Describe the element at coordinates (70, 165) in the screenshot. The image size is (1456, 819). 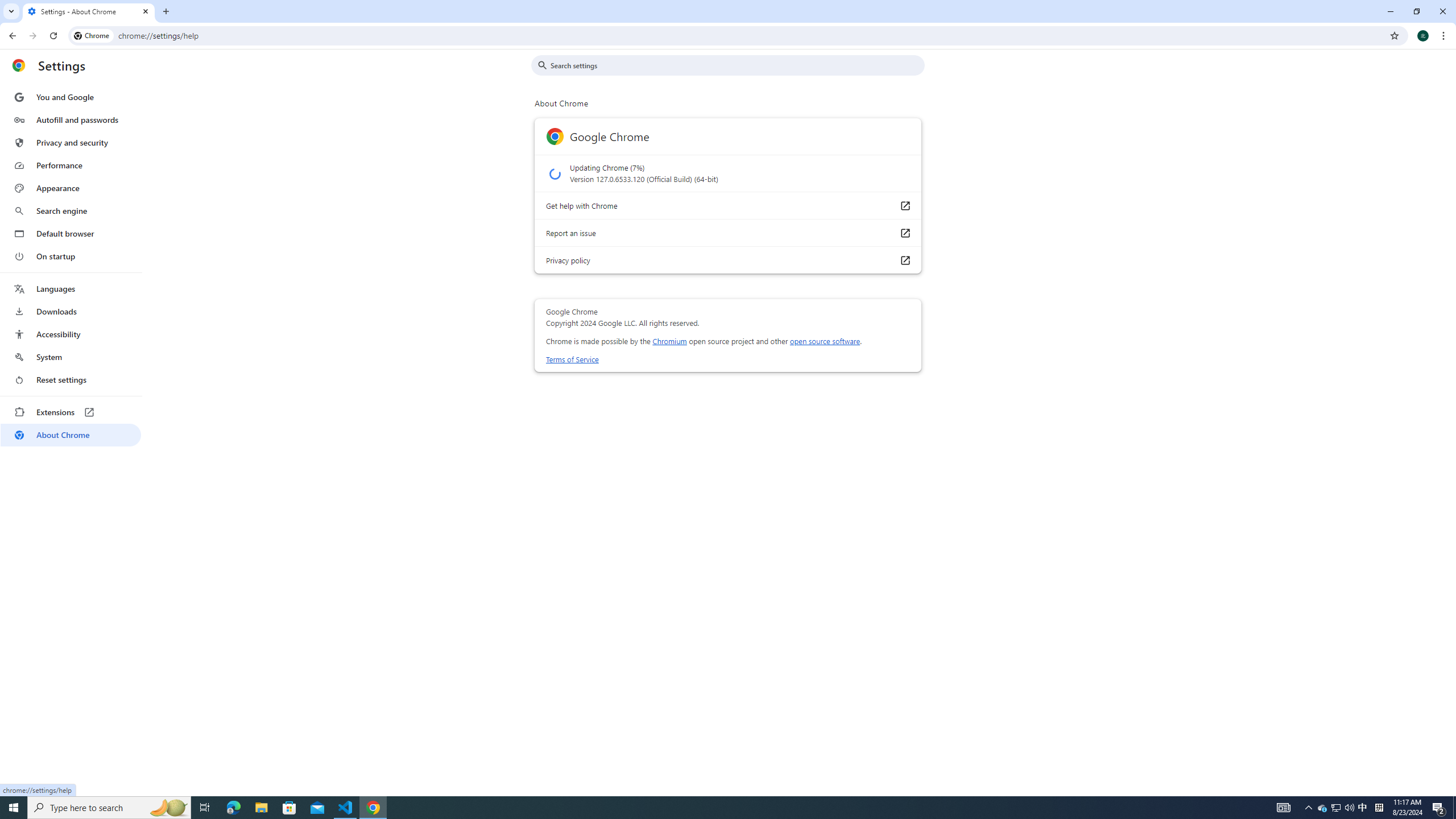
I see `'Performance'` at that location.